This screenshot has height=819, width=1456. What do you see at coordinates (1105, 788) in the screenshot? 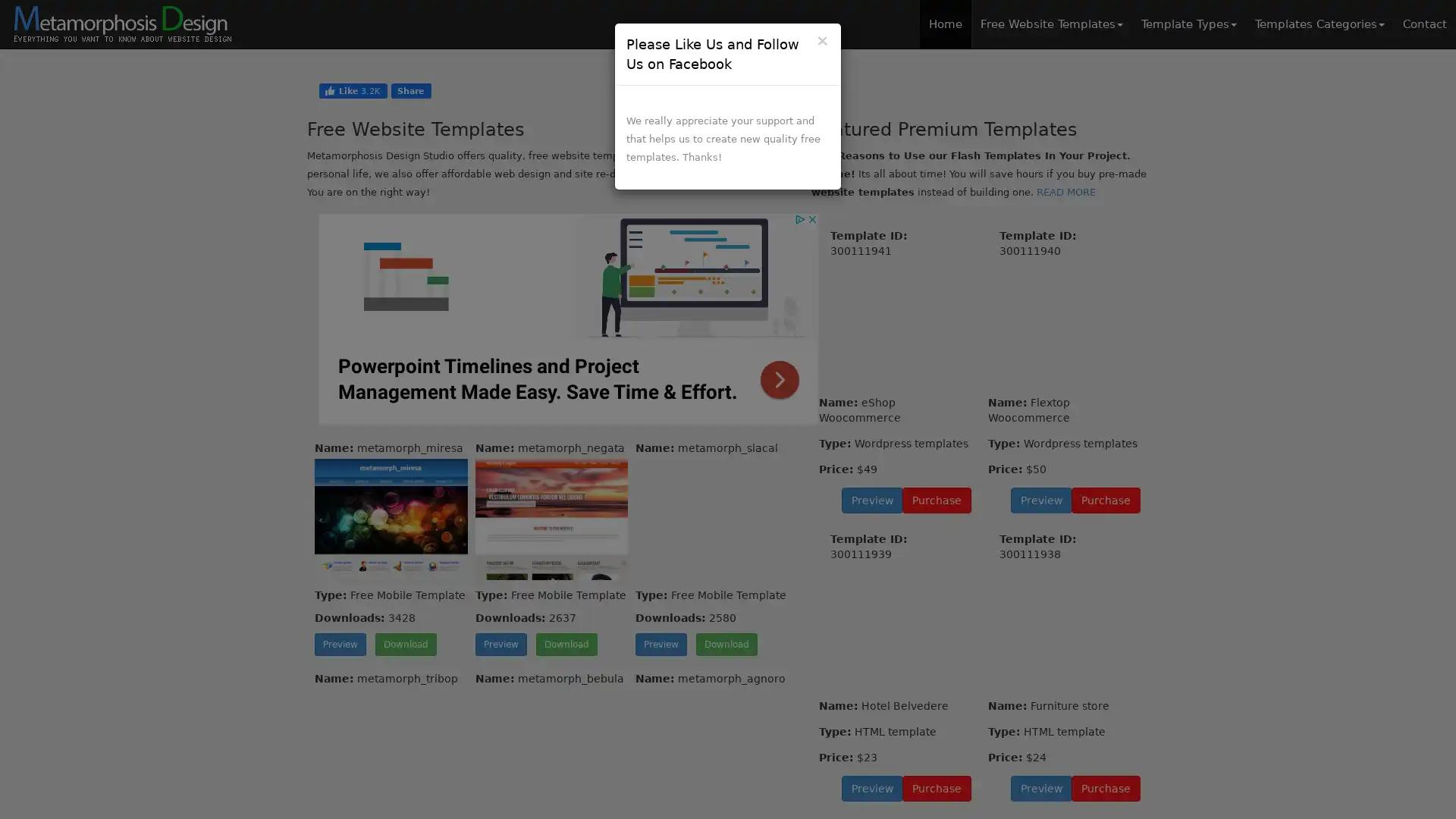
I see `Purchase` at bounding box center [1105, 788].